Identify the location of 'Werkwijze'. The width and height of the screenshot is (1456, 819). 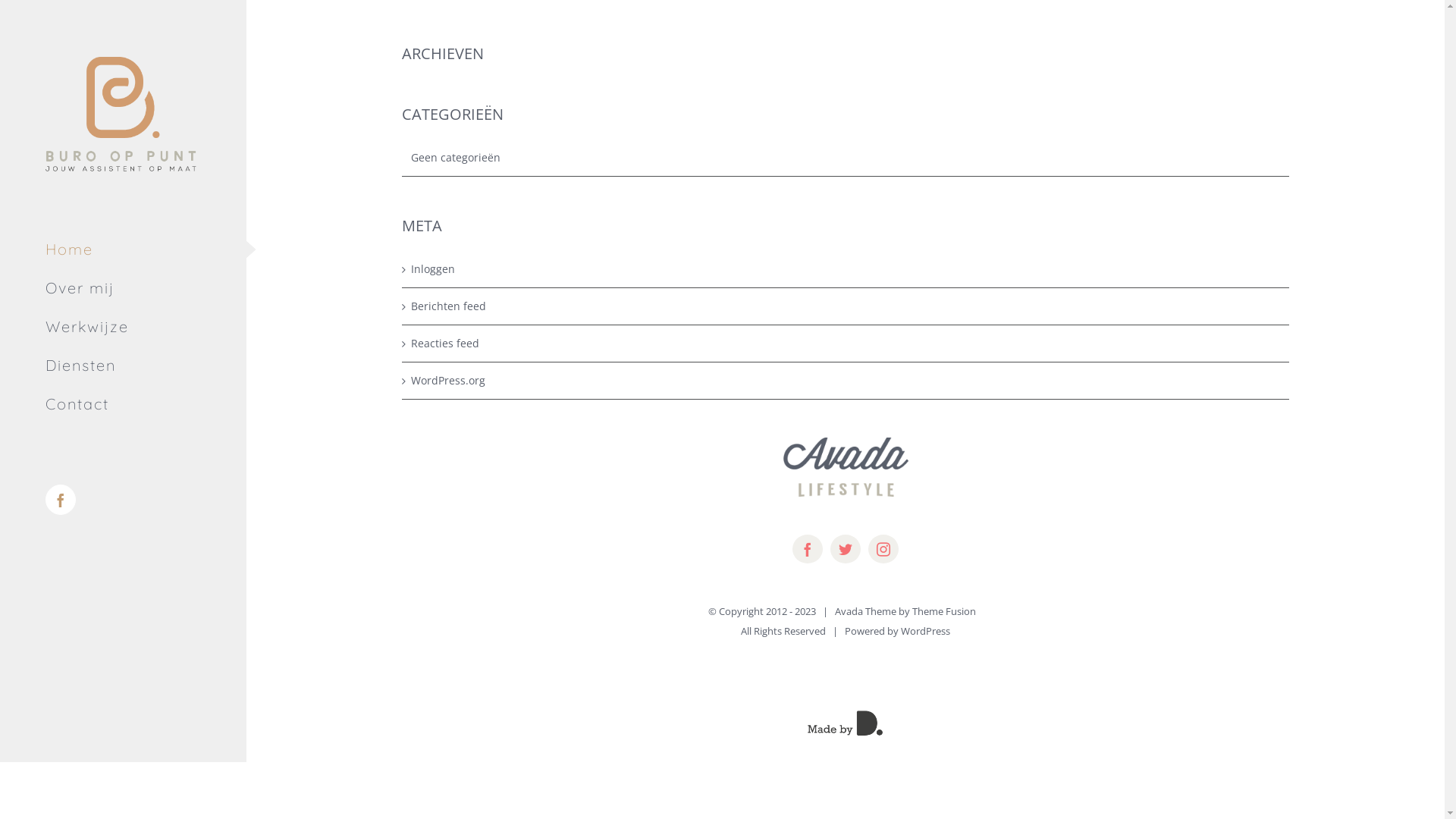
(123, 326).